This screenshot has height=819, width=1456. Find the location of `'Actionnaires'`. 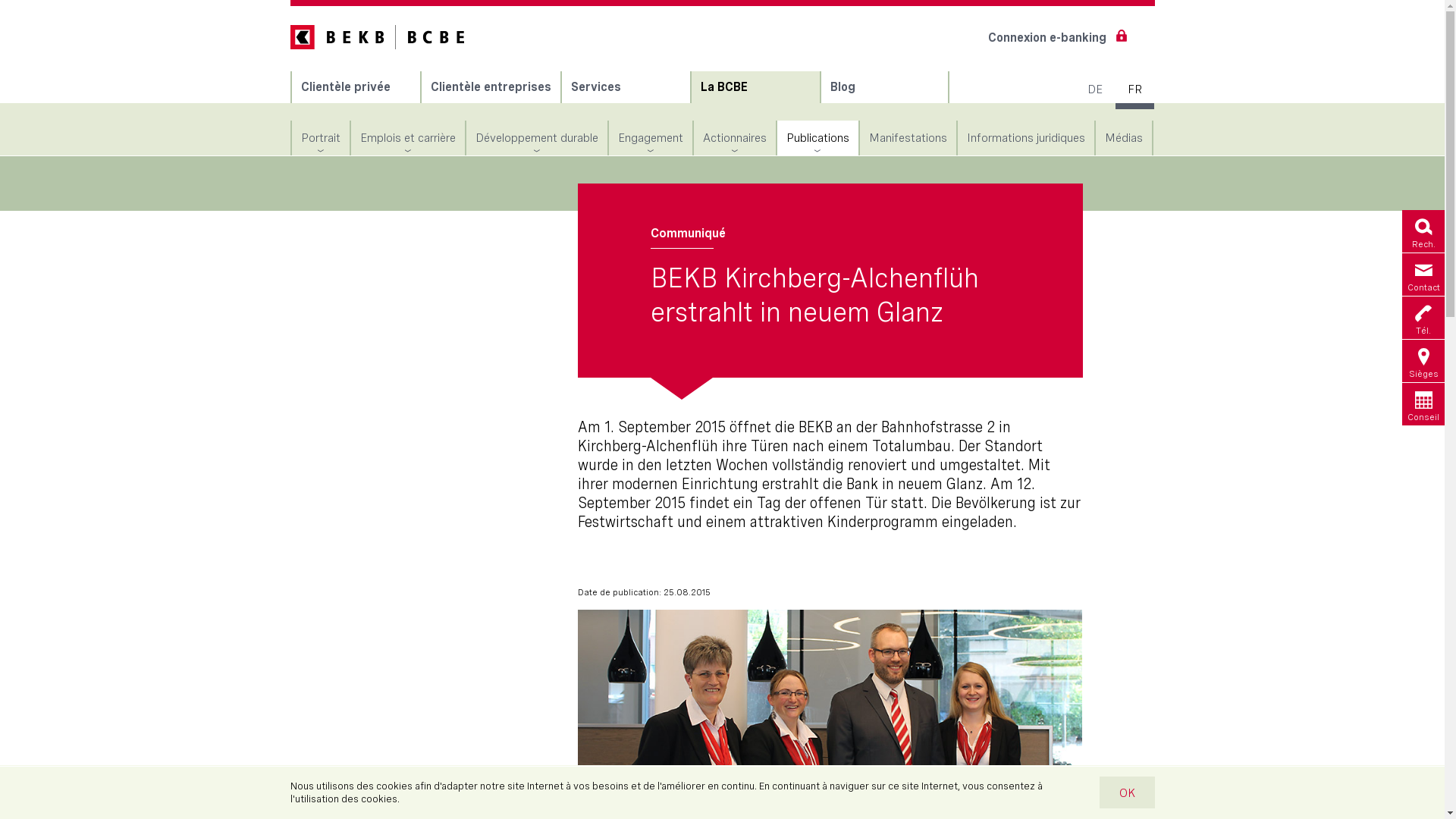

'Actionnaires' is located at coordinates (734, 137).